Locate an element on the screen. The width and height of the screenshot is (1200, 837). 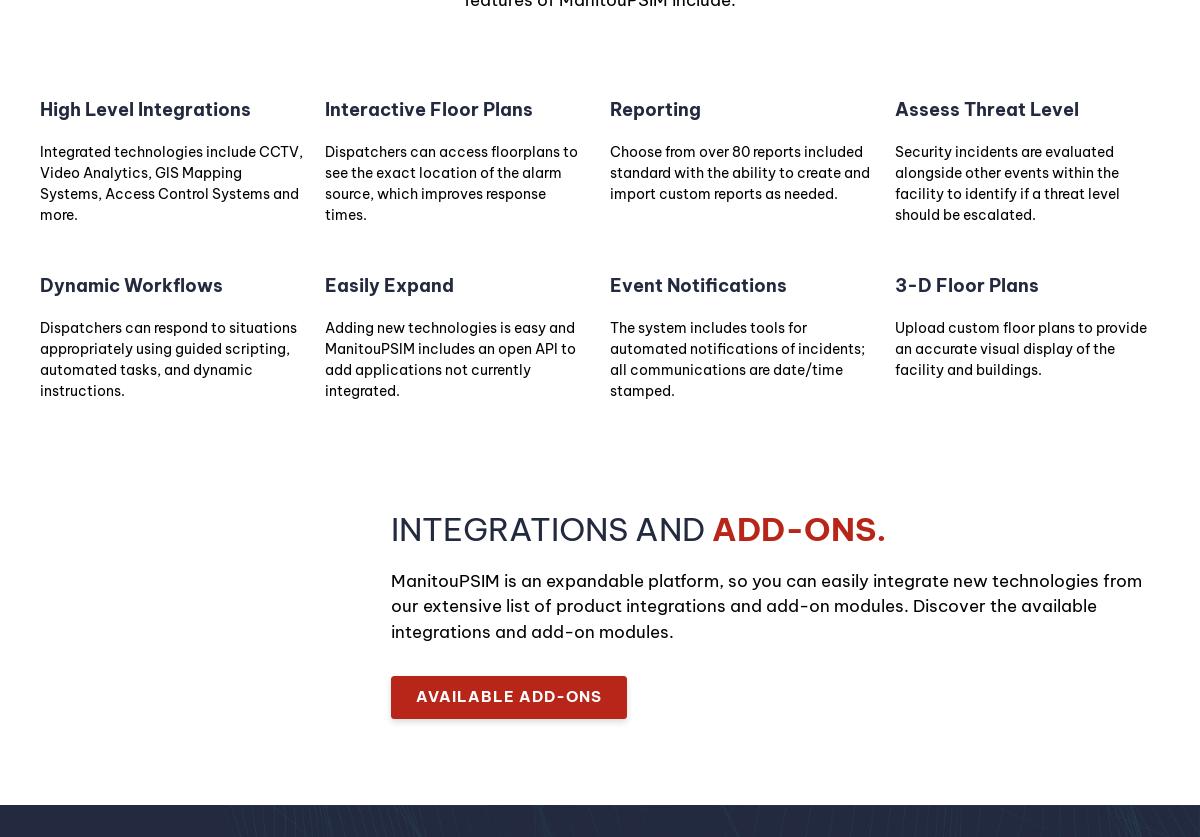
'ManitouPSIM is an expandable platform, so you can easily integrate new technologies from our extensive list of product integrations and add-on modules. Discover the available integrations and add-on modules.' is located at coordinates (765, 605).